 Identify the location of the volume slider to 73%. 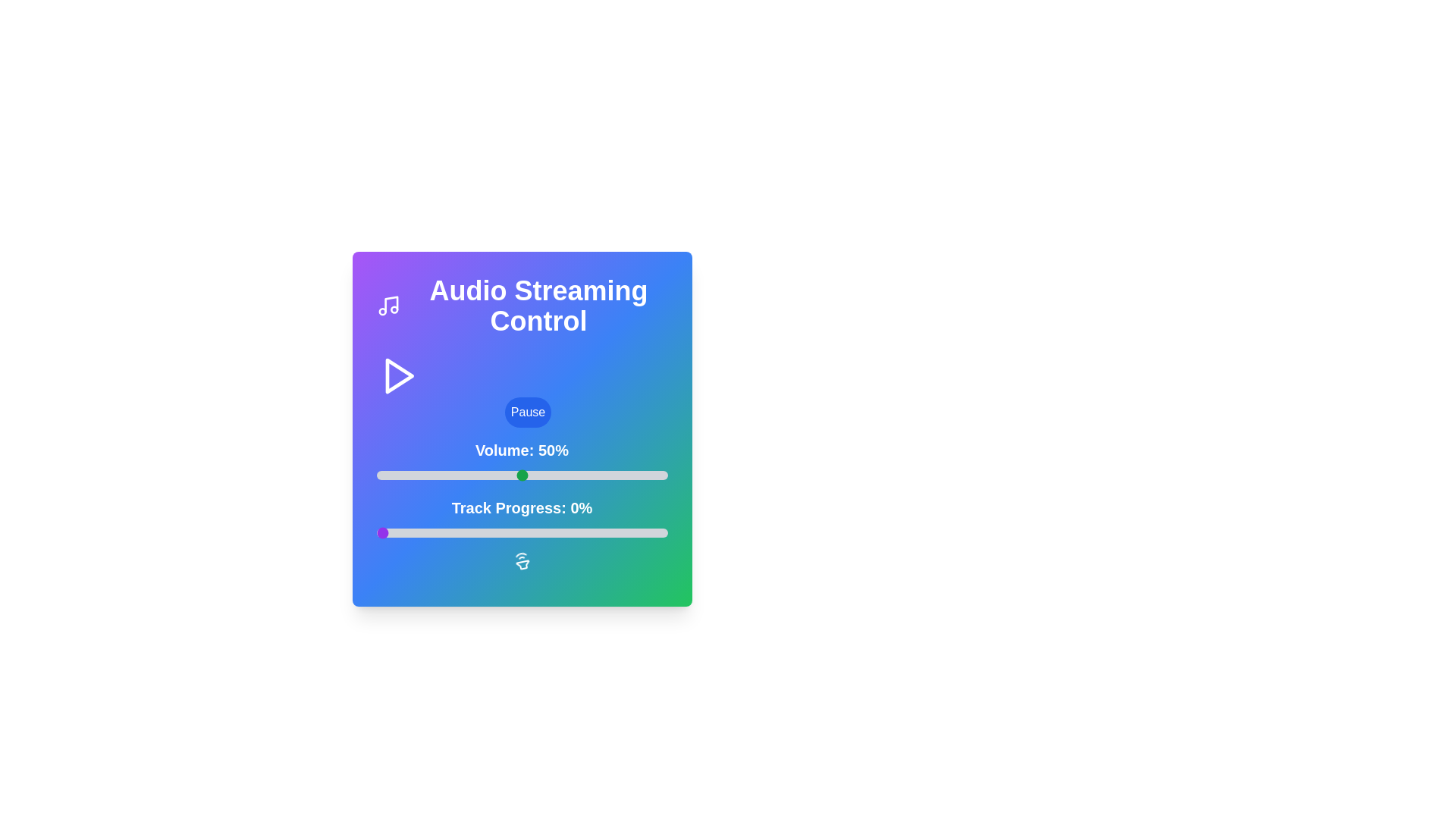
(588, 475).